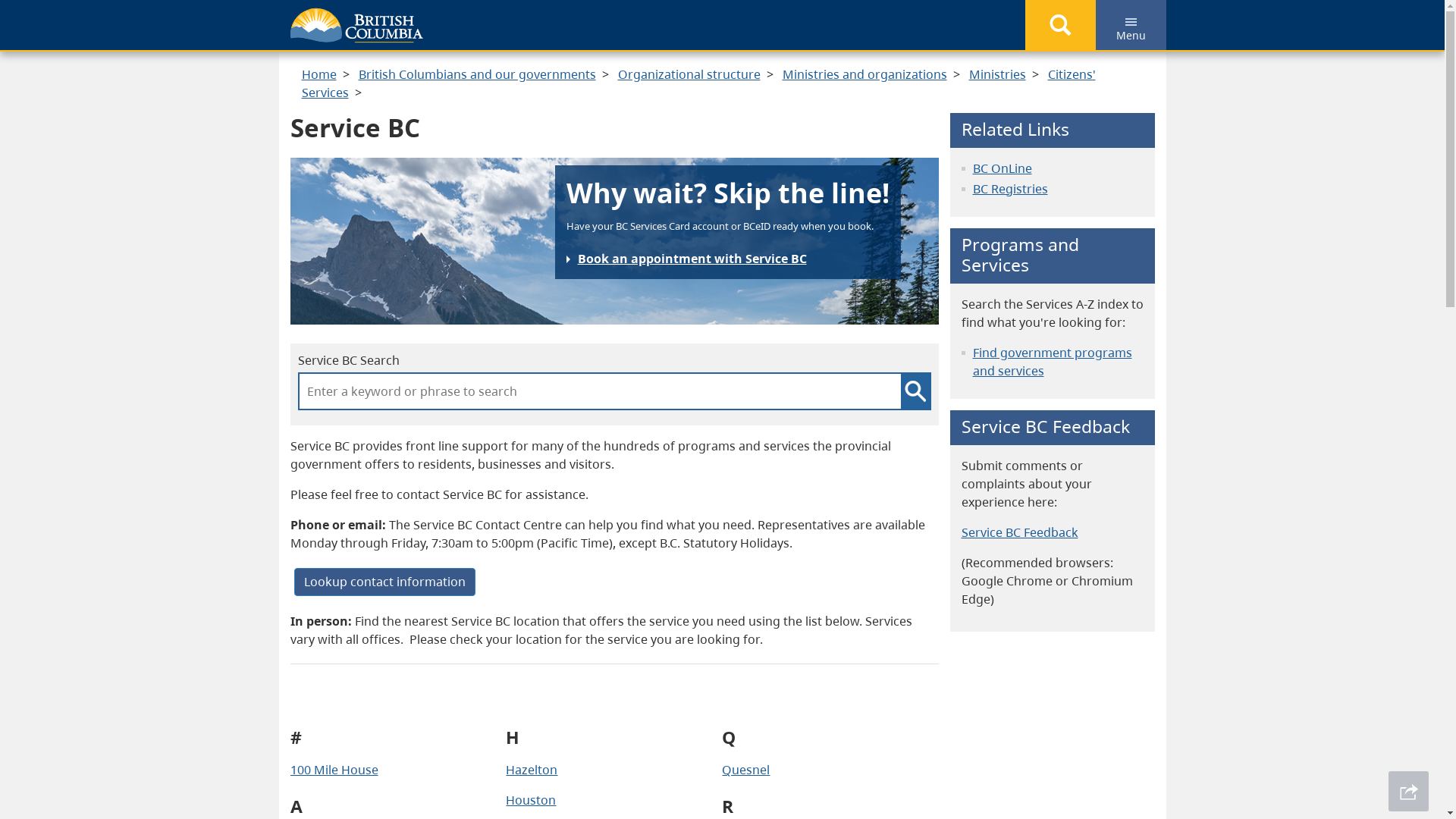  What do you see at coordinates (318, 74) in the screenshot?
I see `'Home'` at bounding box center [318, 74].